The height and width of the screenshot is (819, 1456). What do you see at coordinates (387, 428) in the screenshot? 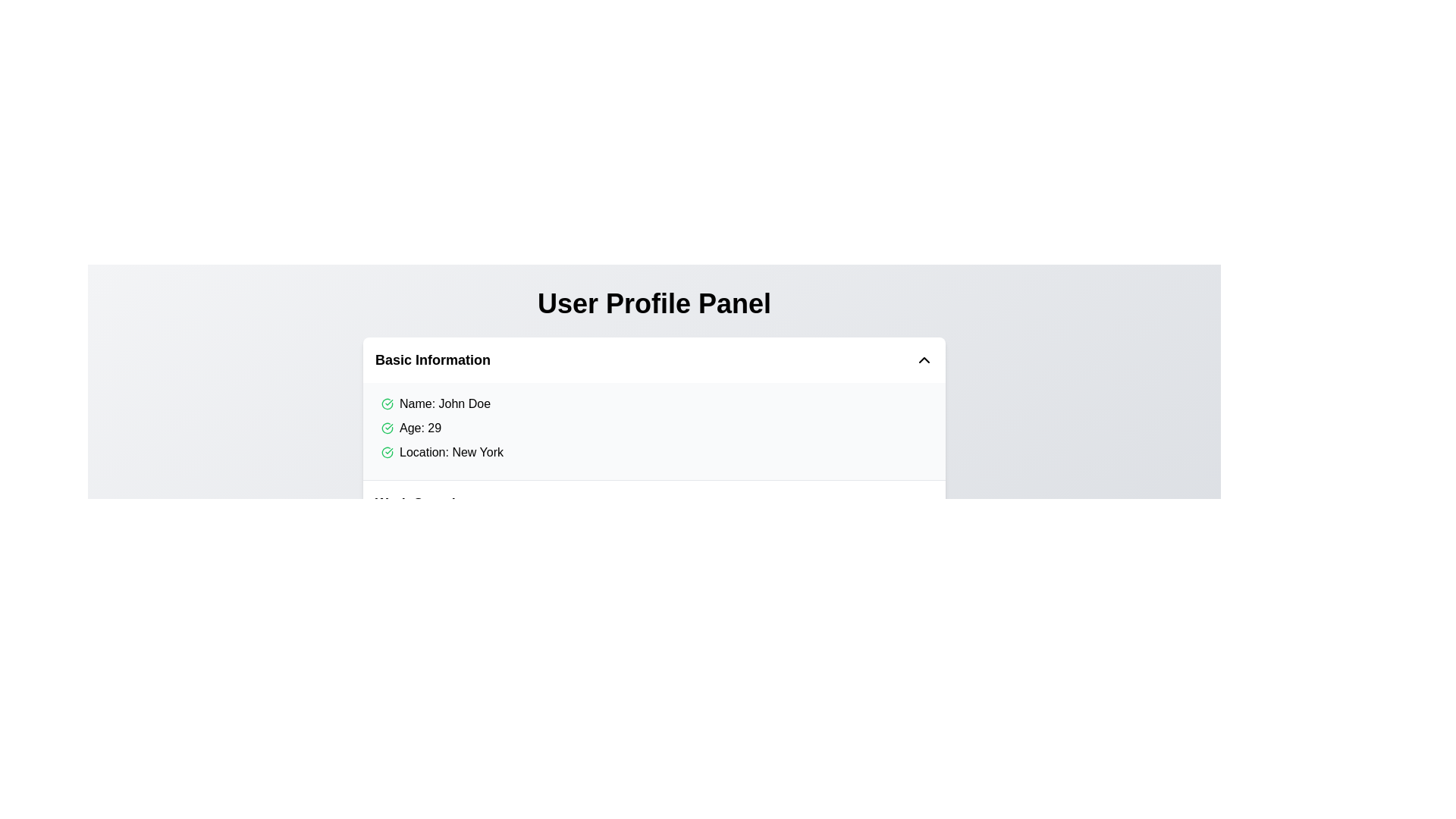
I see `the validation icon located to the left of the 'Age: 29' text in the 'Basic Information' section, indicating successful validation of the age` at bounding box center [387, 428].